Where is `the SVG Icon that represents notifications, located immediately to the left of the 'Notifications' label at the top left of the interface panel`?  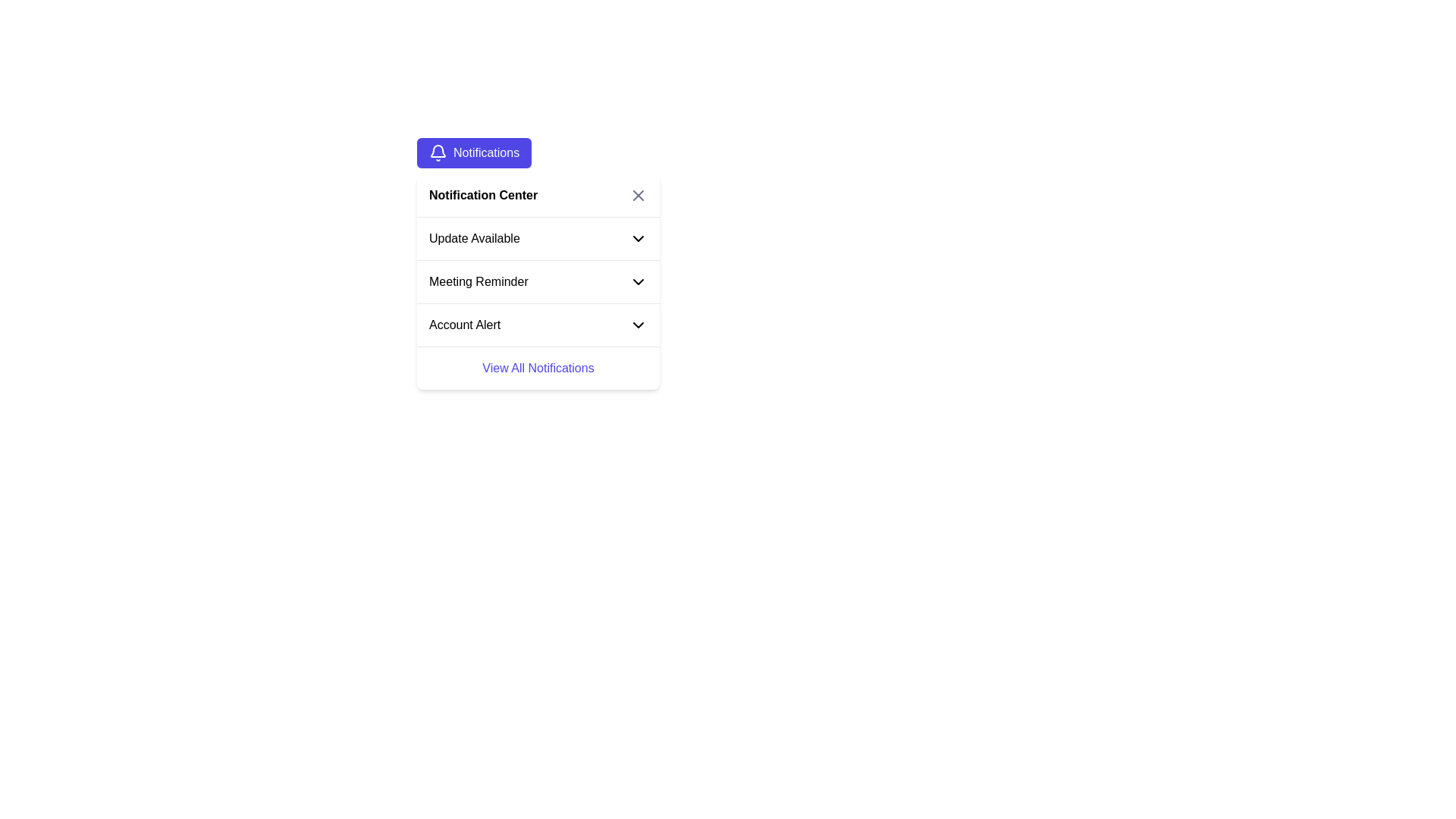 the SVG Icon that represents notifications, located immediately to the left of the 'Notifications' label at the top left of the interface panel is located at coordinates (437, 152).